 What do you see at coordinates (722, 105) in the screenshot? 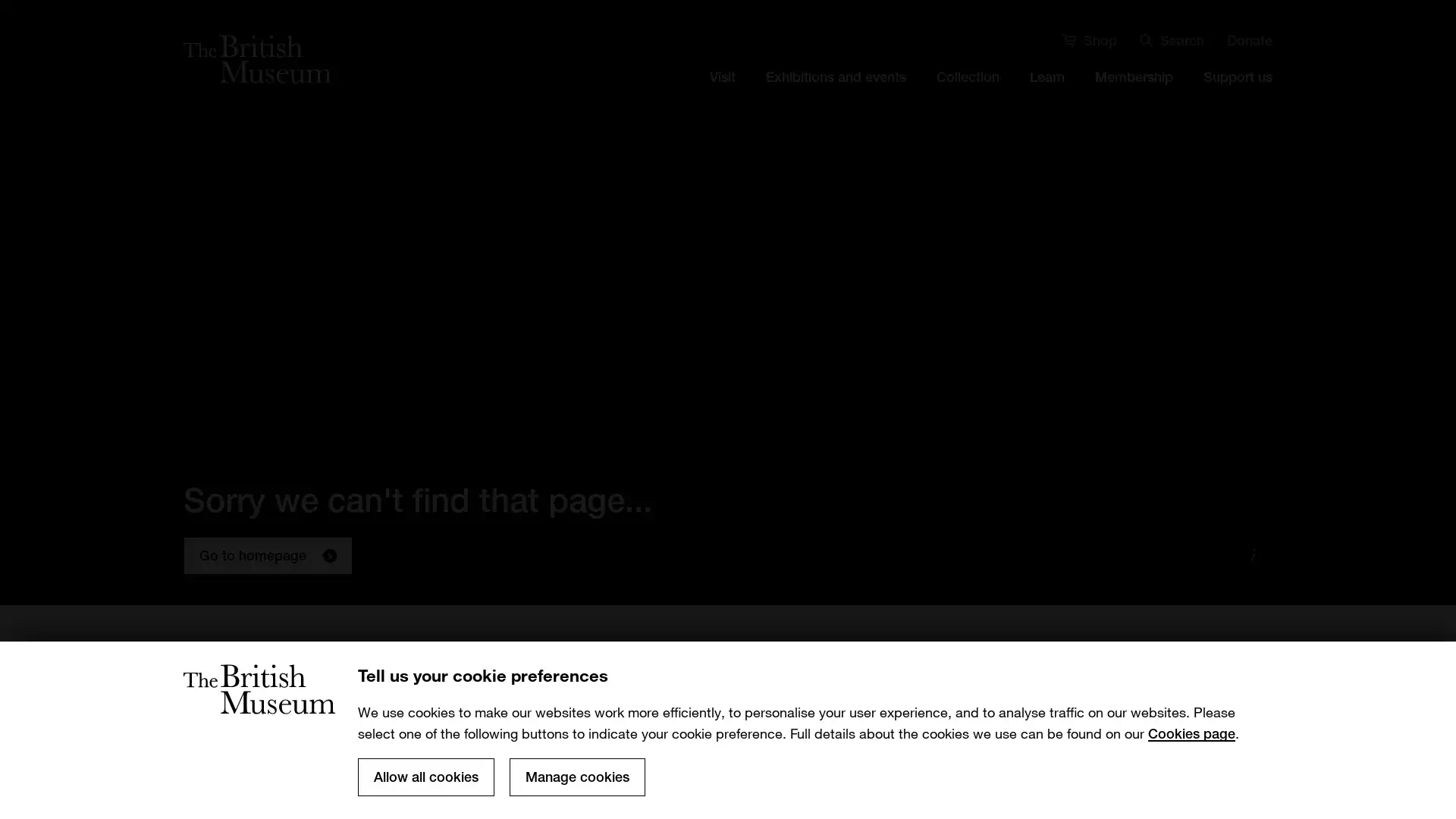
I see `Toggle Visit submenu` at bounding box center [722, 105].